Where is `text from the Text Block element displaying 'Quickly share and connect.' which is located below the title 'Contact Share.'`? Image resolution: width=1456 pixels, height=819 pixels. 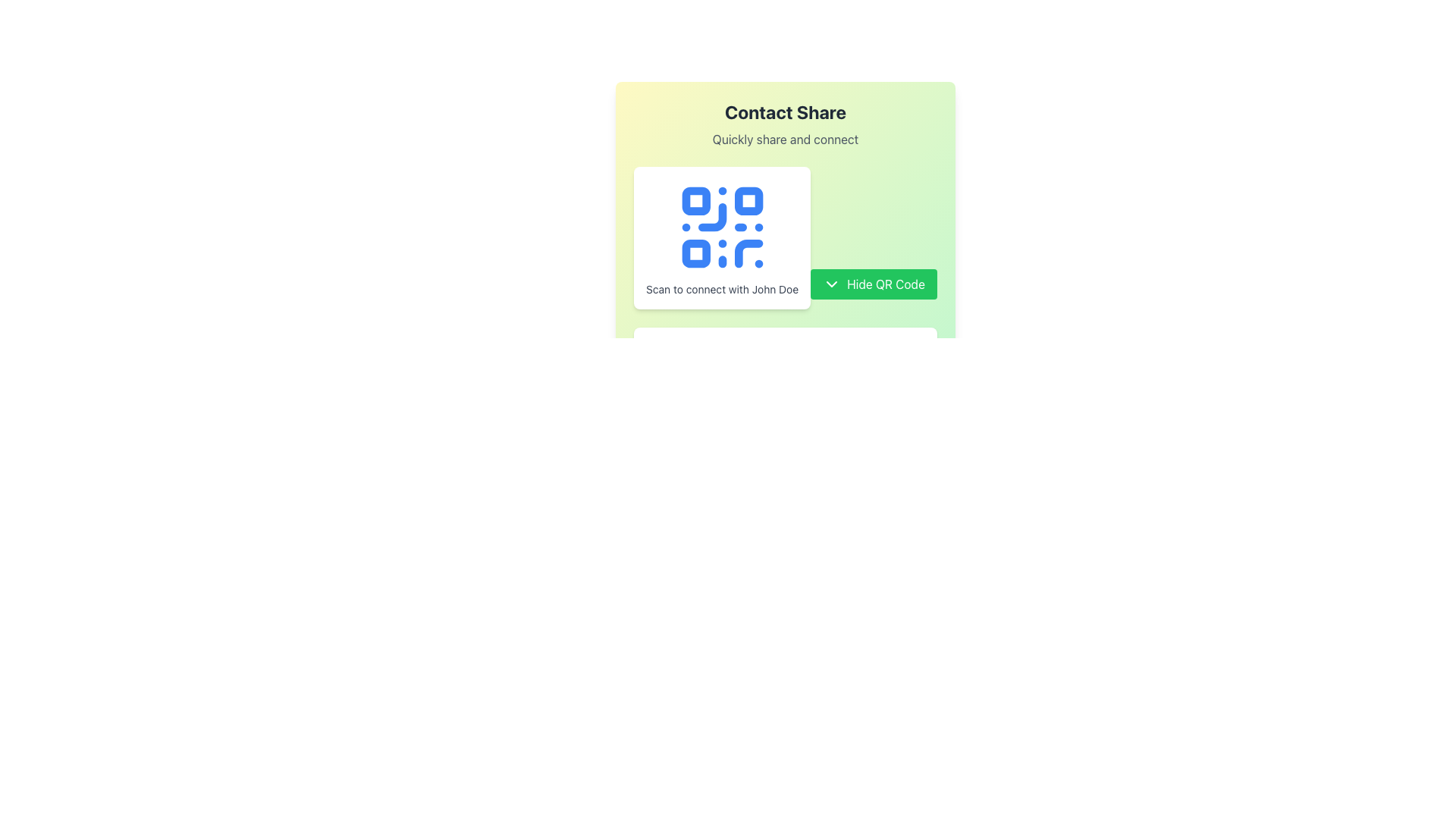
text from the Text Block element displaying 'Quickly share and connect.' which is located below the title 'Contact Share.' is located at coordinates (786, 140).